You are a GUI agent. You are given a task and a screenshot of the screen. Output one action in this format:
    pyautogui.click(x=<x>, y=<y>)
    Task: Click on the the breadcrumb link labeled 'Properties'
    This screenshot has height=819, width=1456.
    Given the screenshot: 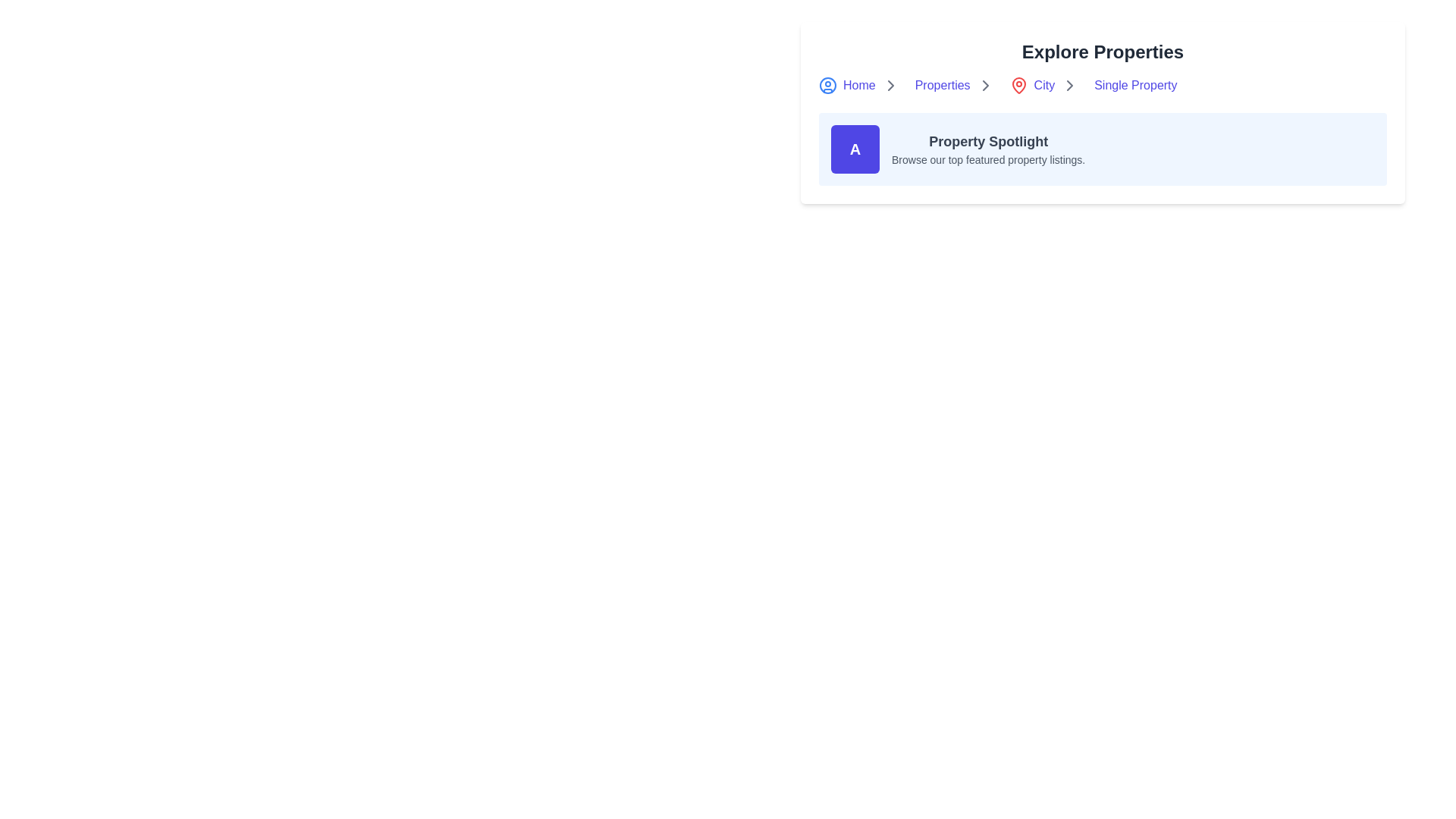 What is the action you would take?
    pyautogui.click(x=957, y=85)
    